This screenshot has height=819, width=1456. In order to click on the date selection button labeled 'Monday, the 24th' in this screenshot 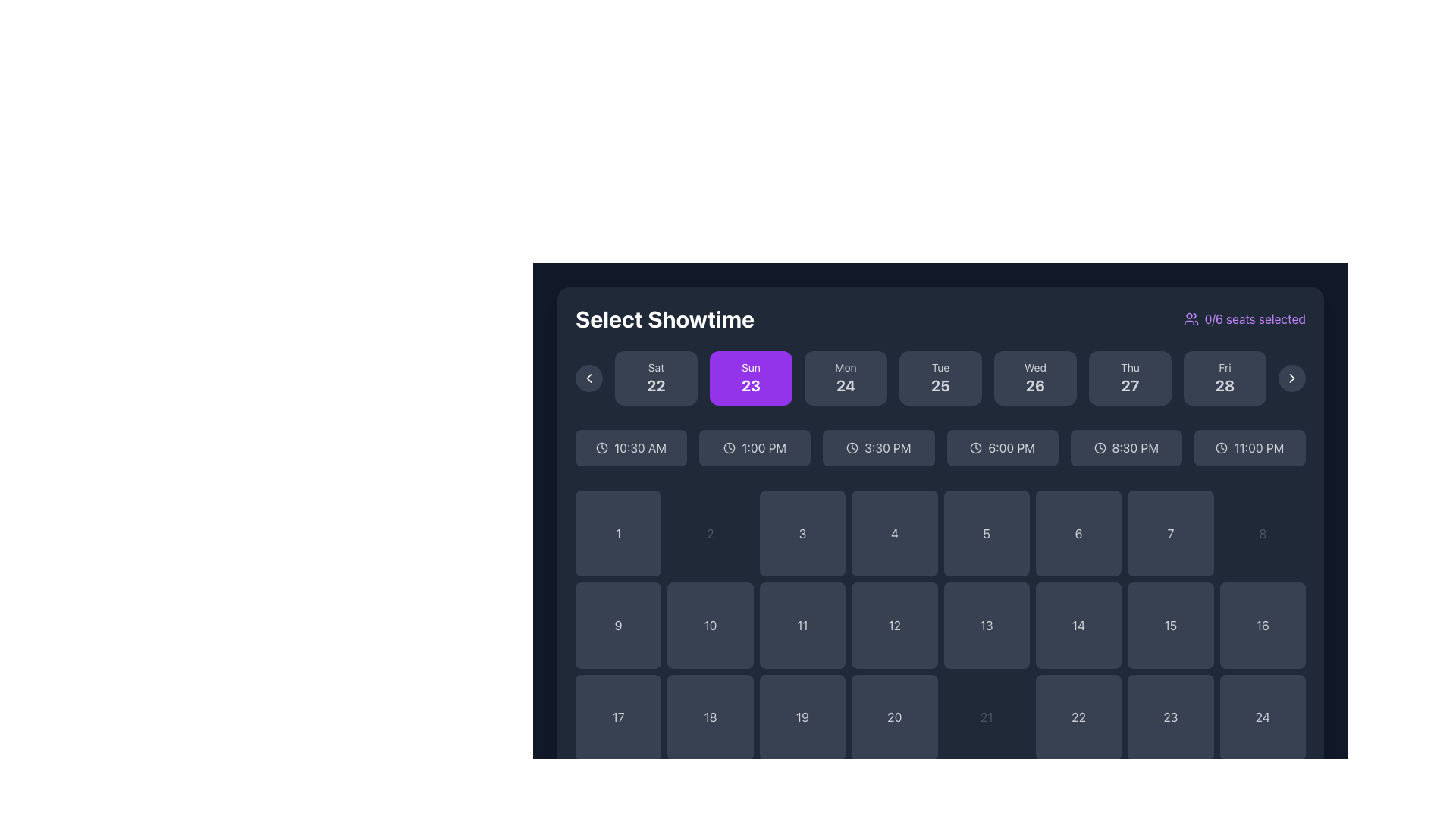, I will do `click(845, 377)`.